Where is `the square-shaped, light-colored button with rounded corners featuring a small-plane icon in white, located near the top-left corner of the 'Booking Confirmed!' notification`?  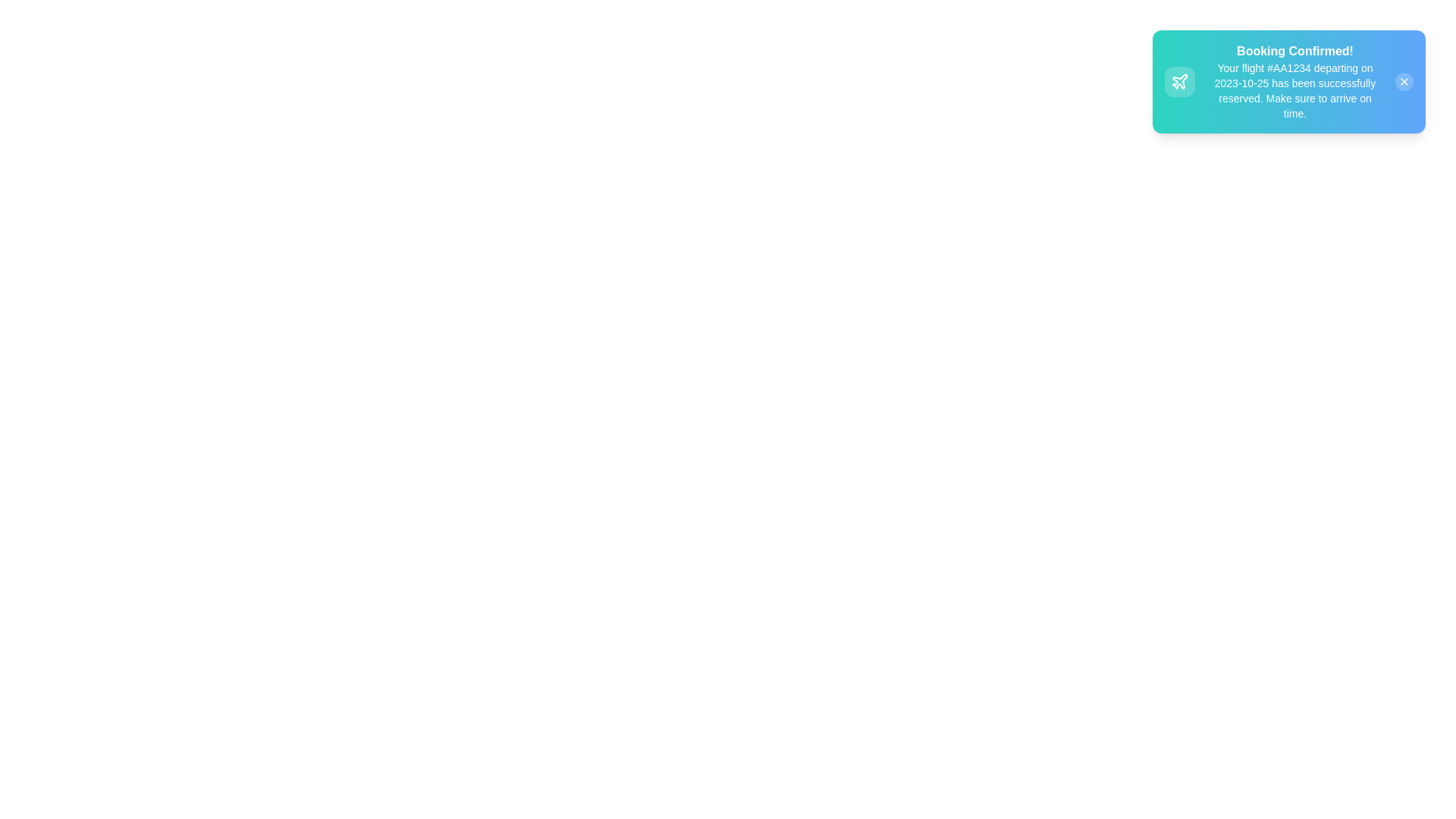
the square-shaped, light-colored button with rounded corners featuring a small-plane icon in white, located near the top-left corner of the 'Booking Confirmed!' notification is located at coordinates (1178, 82).